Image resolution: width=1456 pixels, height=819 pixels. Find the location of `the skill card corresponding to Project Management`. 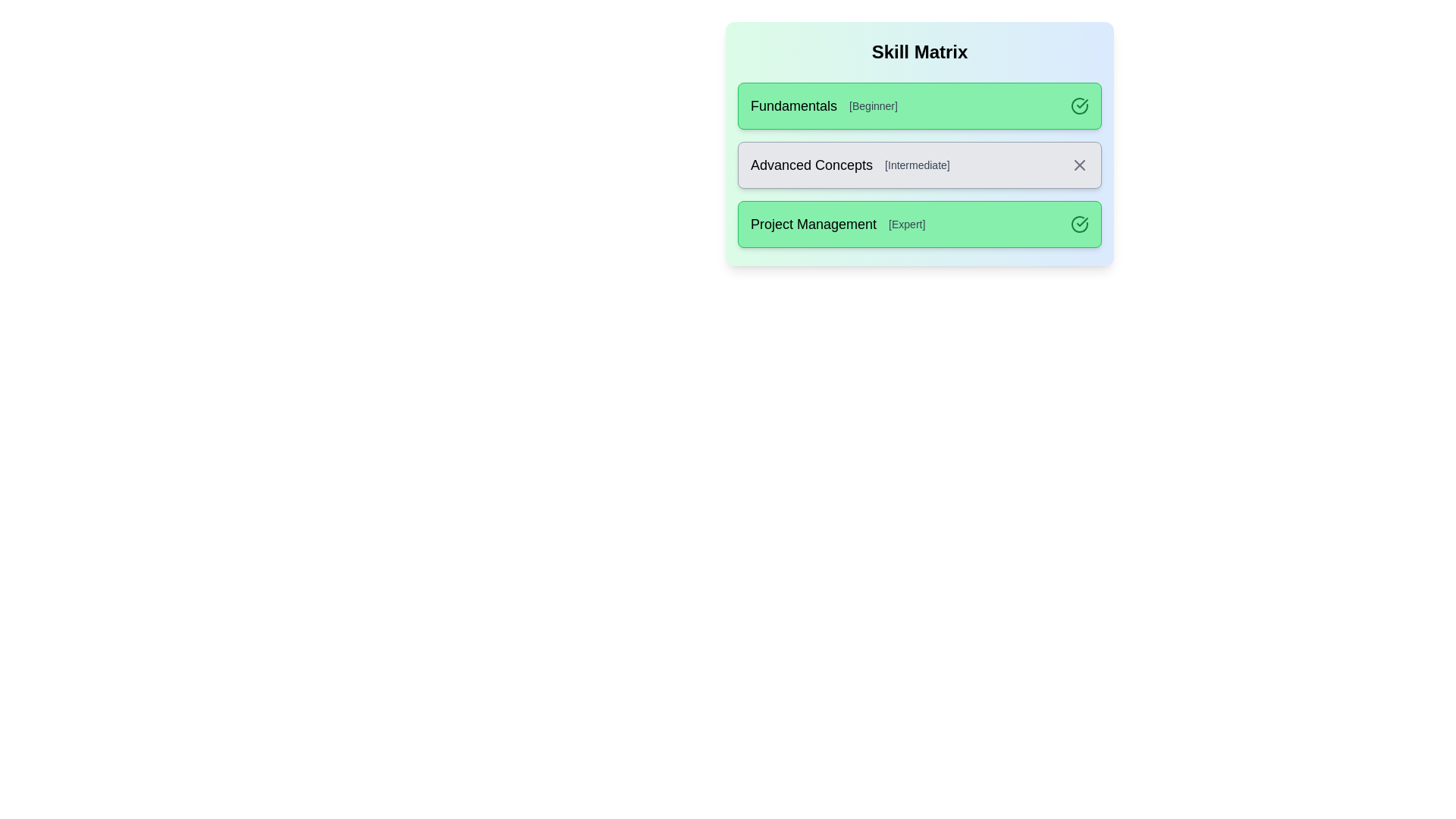

the skill card corresponding to Project Management is located at coordinates (919, 224).